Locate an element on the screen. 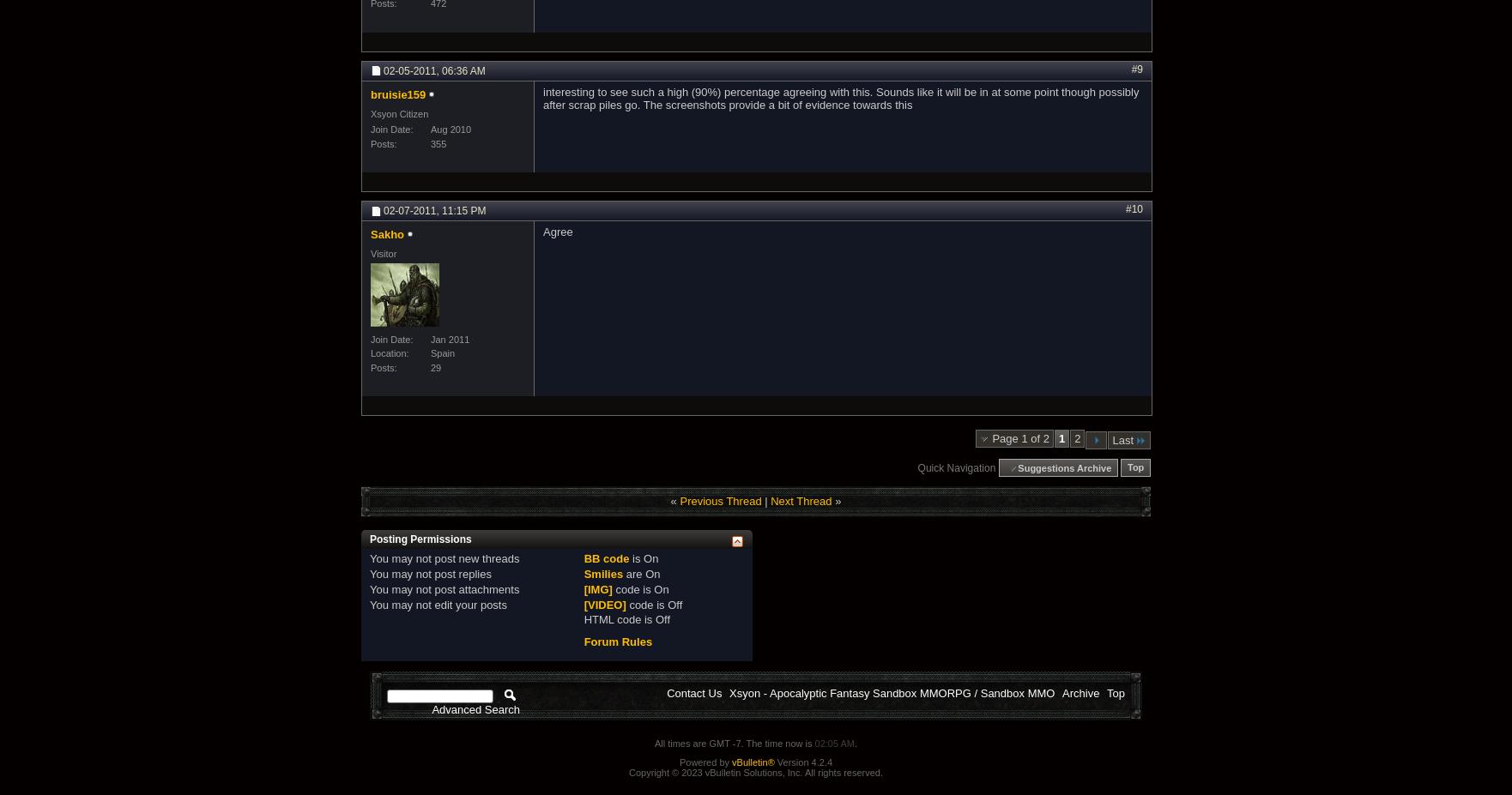 This screenshot has width=1512, height=795. 'Advanced Search' is located at coordinates (475, 709).